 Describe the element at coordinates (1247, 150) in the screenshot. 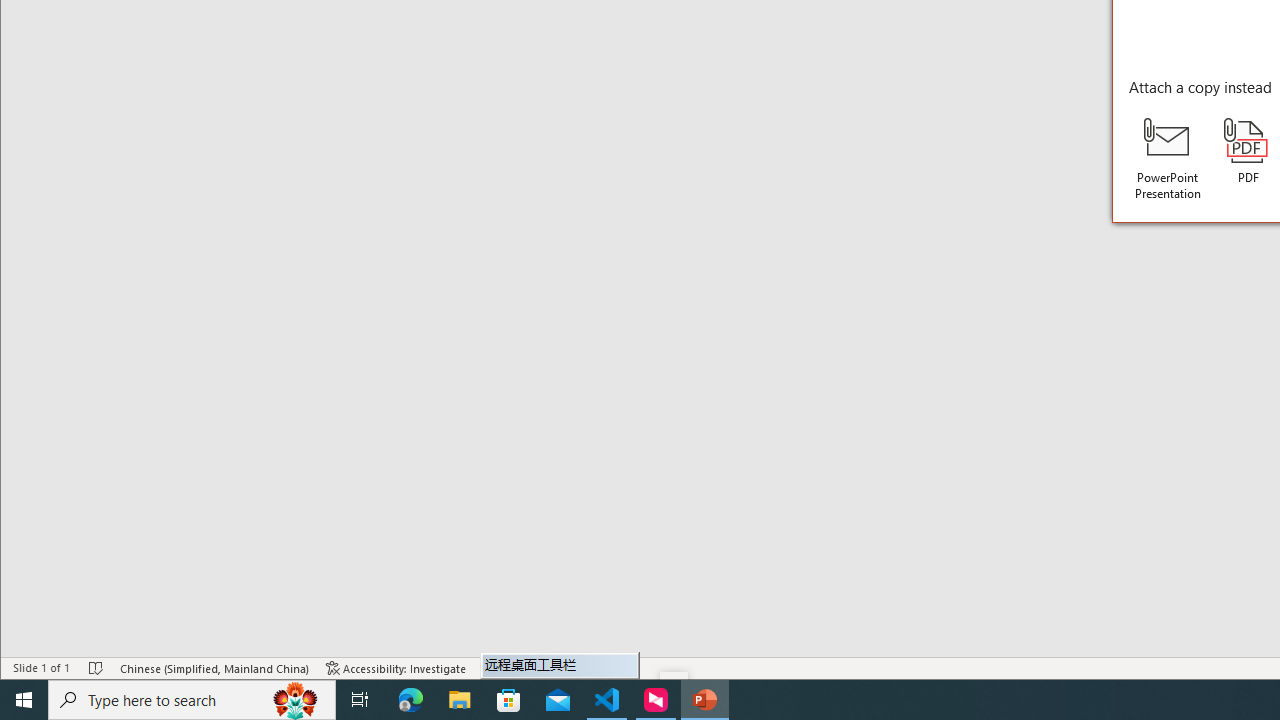

I see `'PDF'` at that location.